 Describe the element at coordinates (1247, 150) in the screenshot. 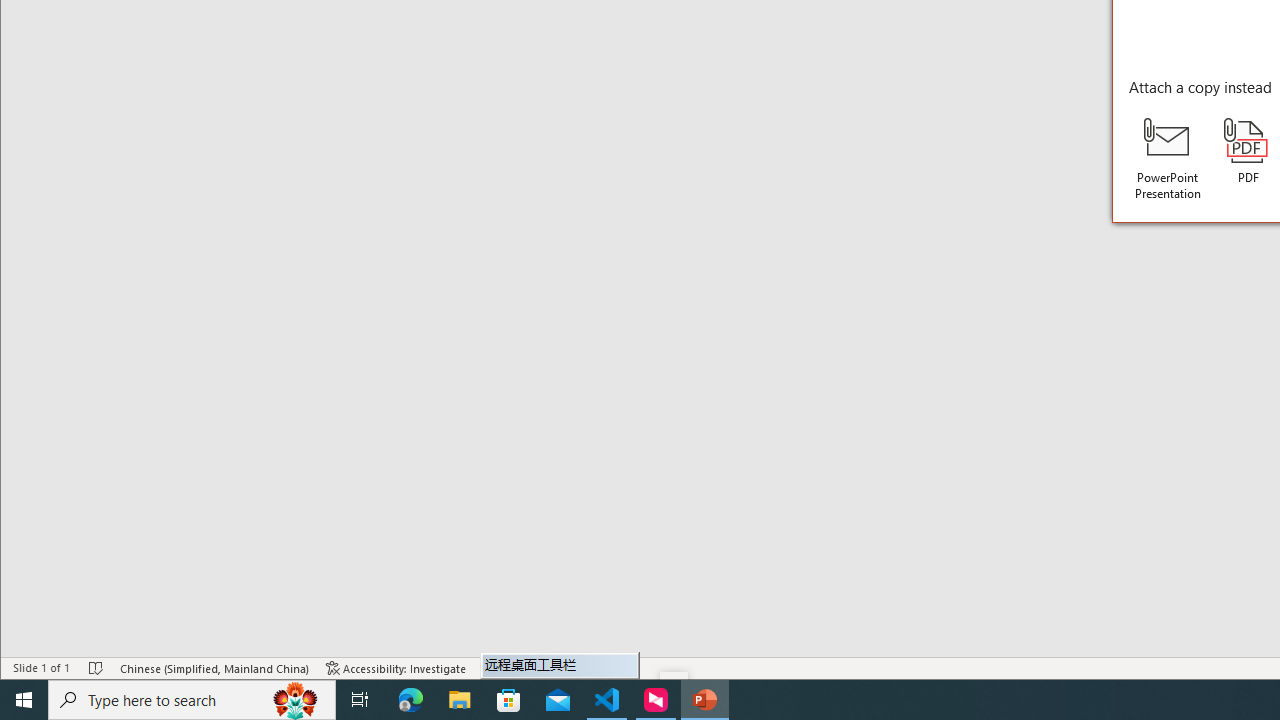

I see `'PDF'` at that location.